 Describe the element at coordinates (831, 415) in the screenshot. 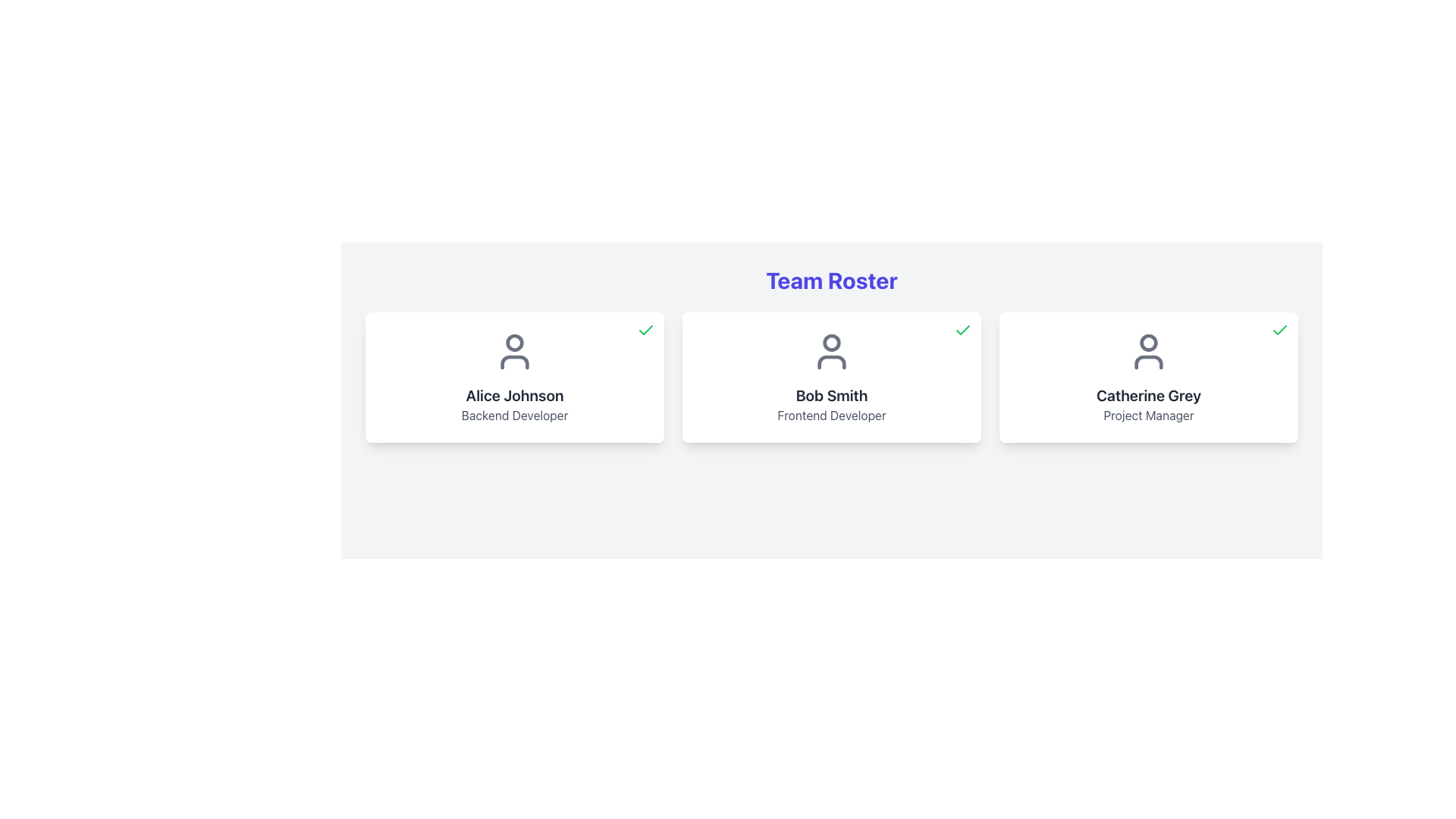

I see `the text label reading 'Frontend Developer', which is styled in gray and located below the name 'Bob Smith' in the team roster card` at that location.